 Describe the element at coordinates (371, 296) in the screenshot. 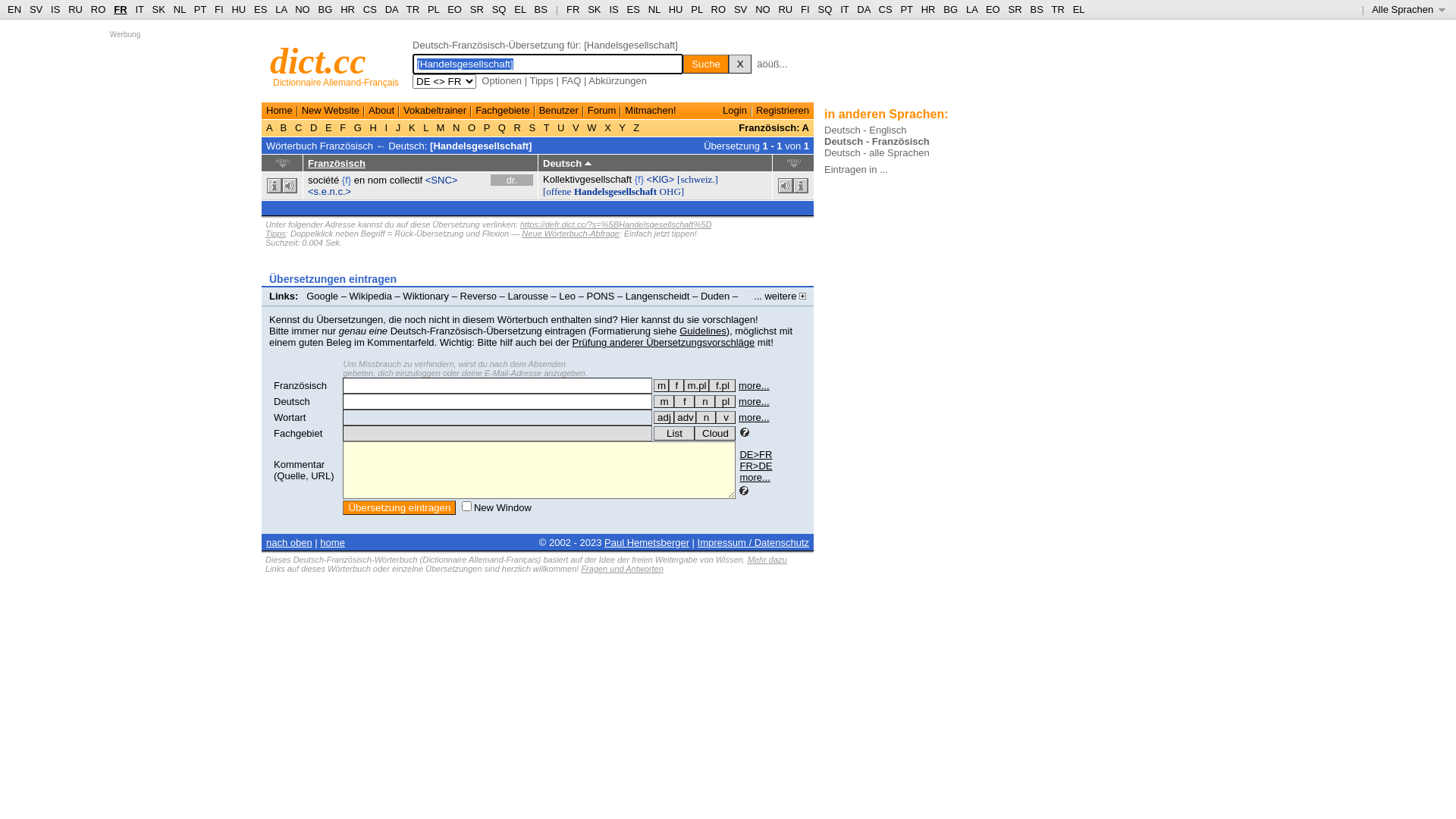

I see `'Wikipedia'` at that location.